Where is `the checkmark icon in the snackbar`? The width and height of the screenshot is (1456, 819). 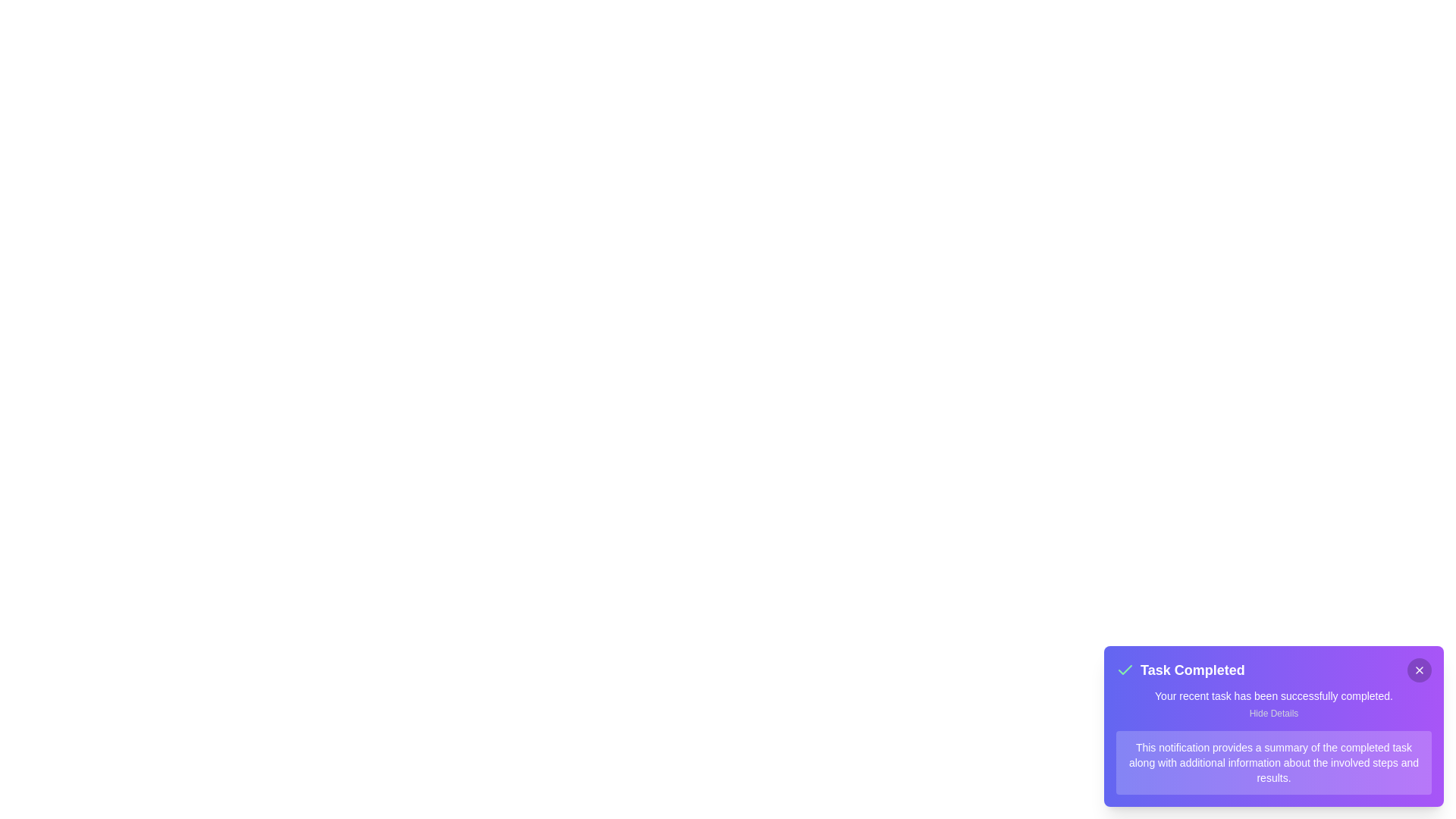 the checkmark icon in the snackbar is located at coordinates (1125, 669).